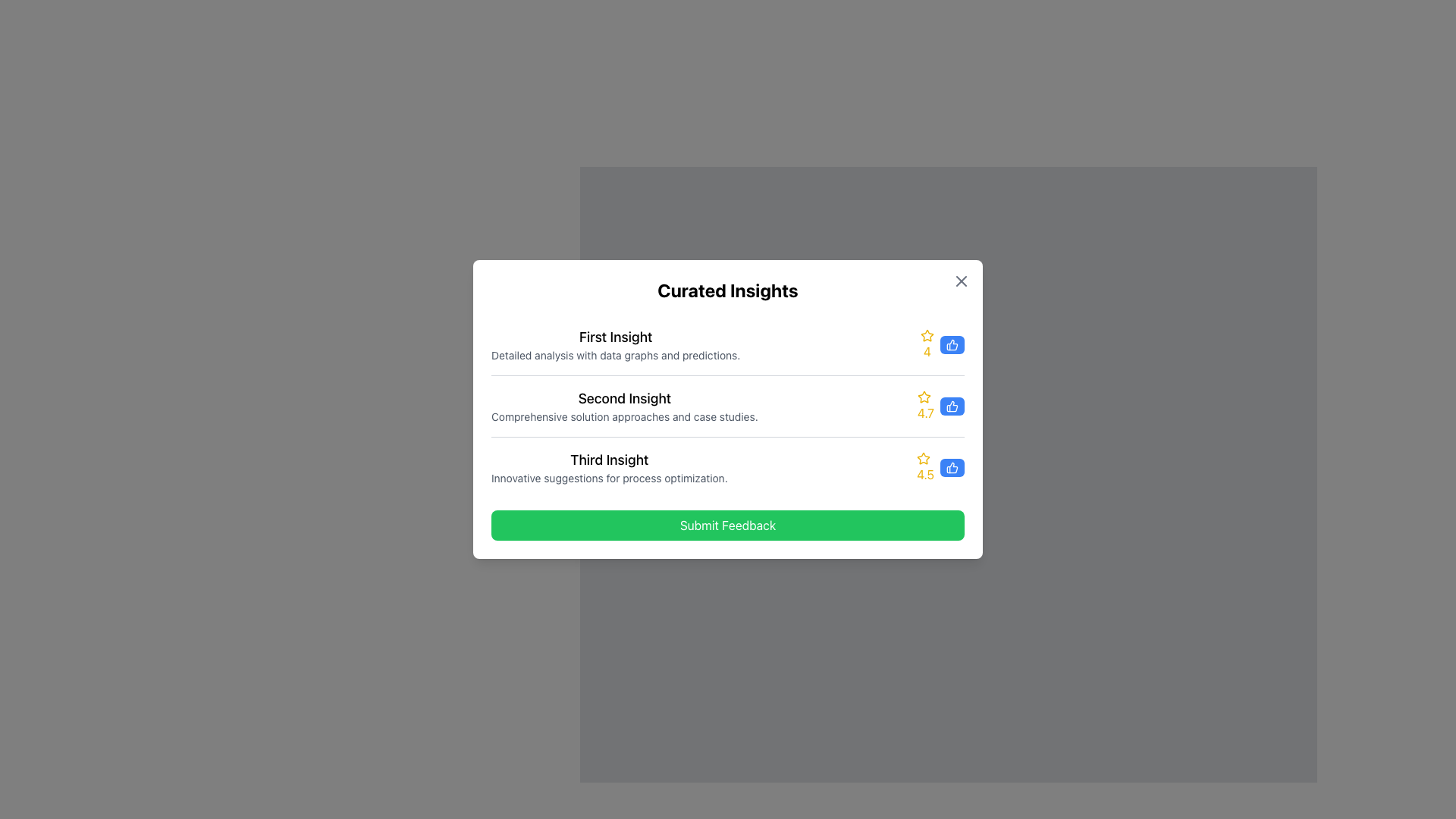 The height and width of the screenshot is (819, 1456). Describe the element at coordinates (927, 335) in the screenshot. I see `the rating icon located in the curated insights panel for the 'First Insight', positioned between the label and the numerical rating indicator '4'` at that location.